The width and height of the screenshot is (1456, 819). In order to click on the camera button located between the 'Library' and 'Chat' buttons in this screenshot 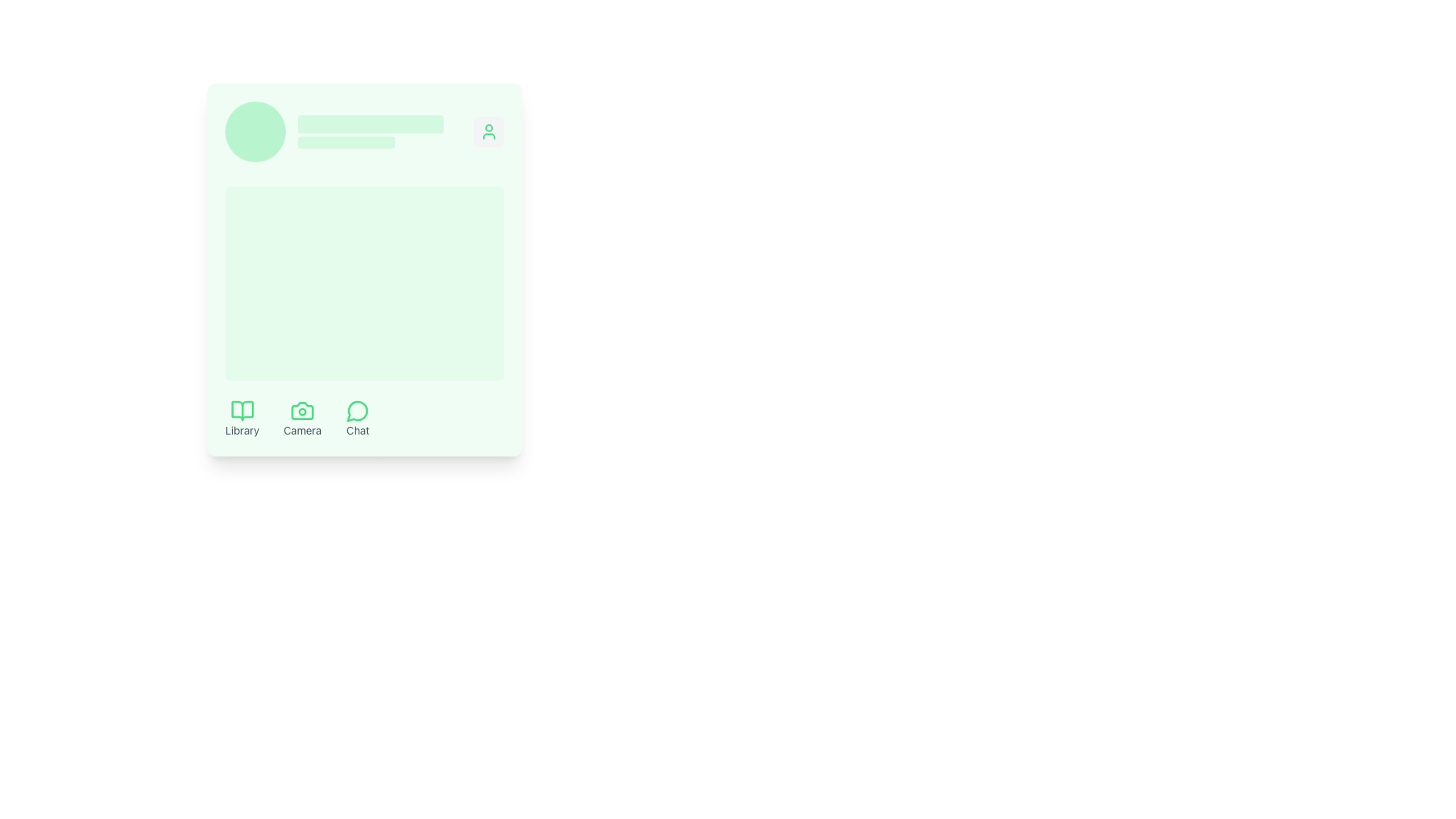, I will do `click(302, 418)`.